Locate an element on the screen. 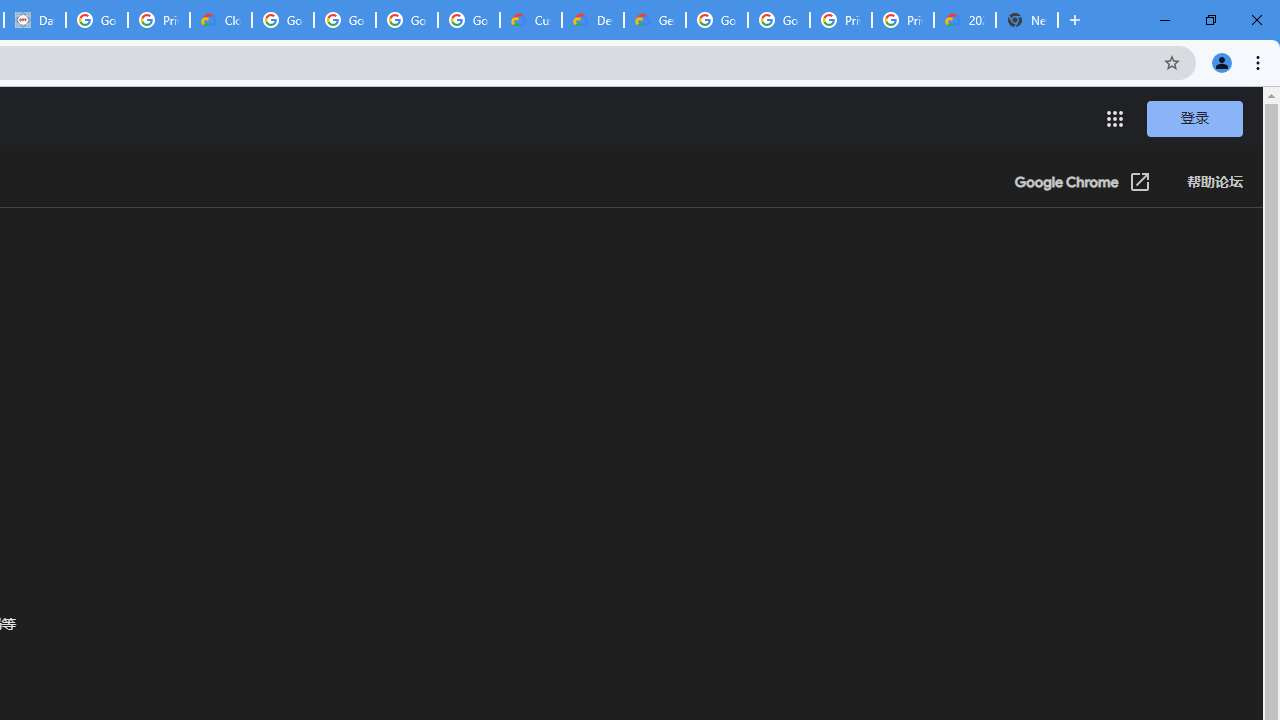 The height and width of the screenshot is (720, 1280). 'Minimize' is located at coordinates (1165, 20).